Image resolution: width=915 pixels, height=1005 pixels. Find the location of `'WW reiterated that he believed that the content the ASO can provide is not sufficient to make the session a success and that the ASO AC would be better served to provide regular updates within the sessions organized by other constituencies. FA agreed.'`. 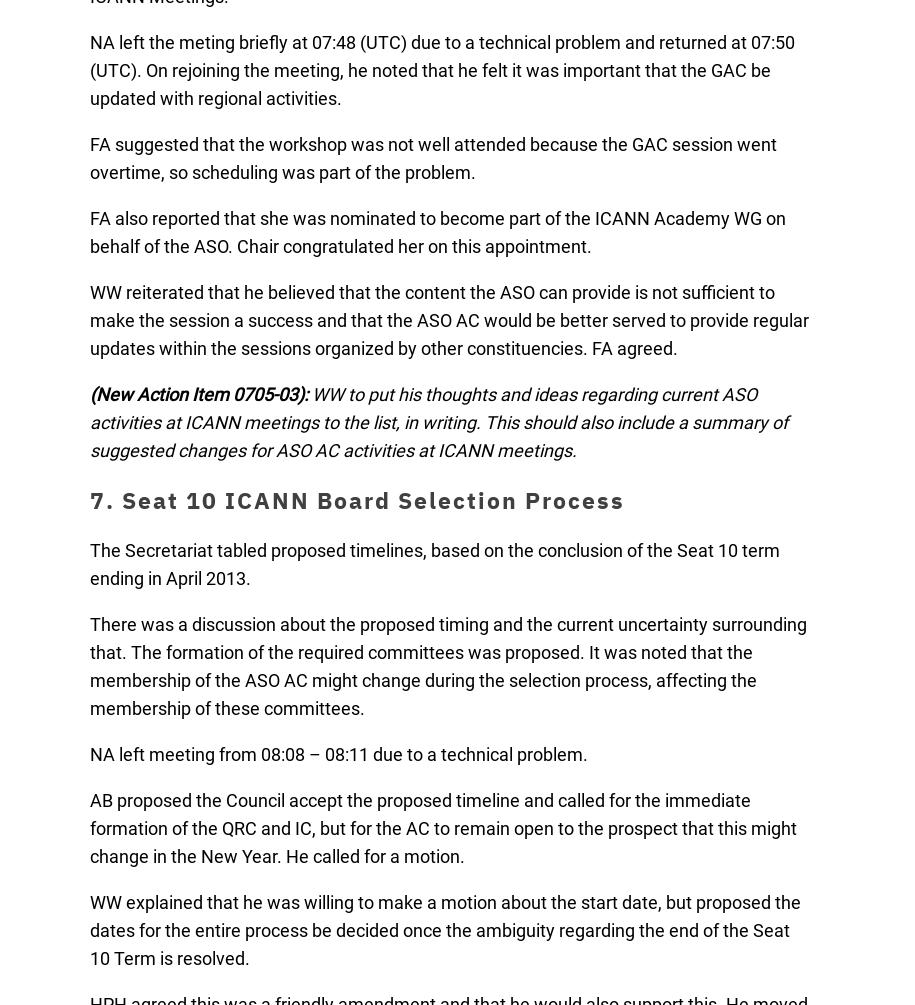

'WW reiterated that he believed that the content the ASO can provide is not sufficient to make the session a success and that the ASO AC would be better served to provide regular updates within the sessions organized by other constituencies. FA agreed.' is located at coordinates (89, 319).